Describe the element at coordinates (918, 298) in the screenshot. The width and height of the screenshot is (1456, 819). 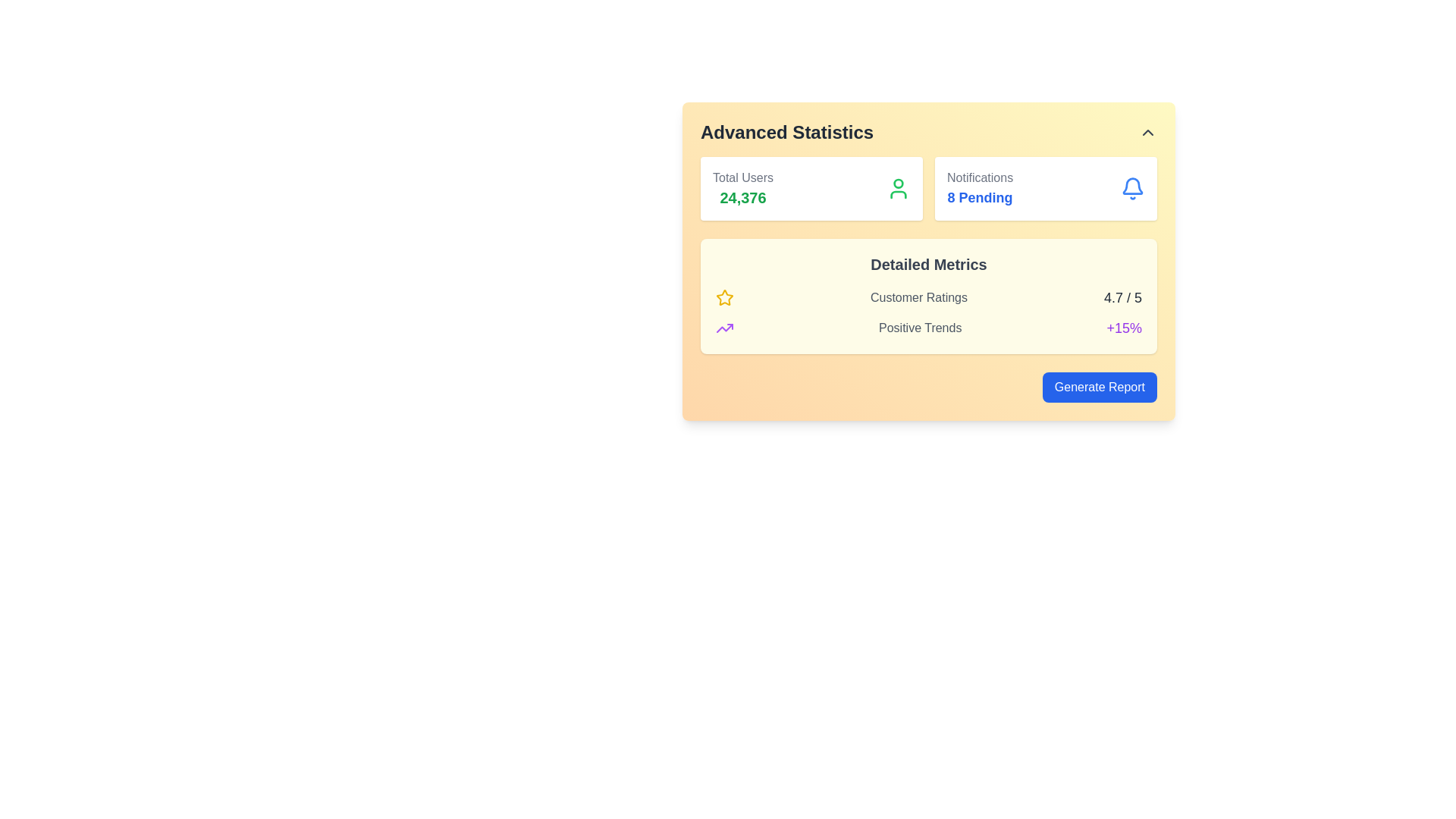
I see `the Text Label that describes customer ratings, located in the 'Detailed Metrics' section, between a yellow star icon and the rating display '4.7 / 5.'` at that location.